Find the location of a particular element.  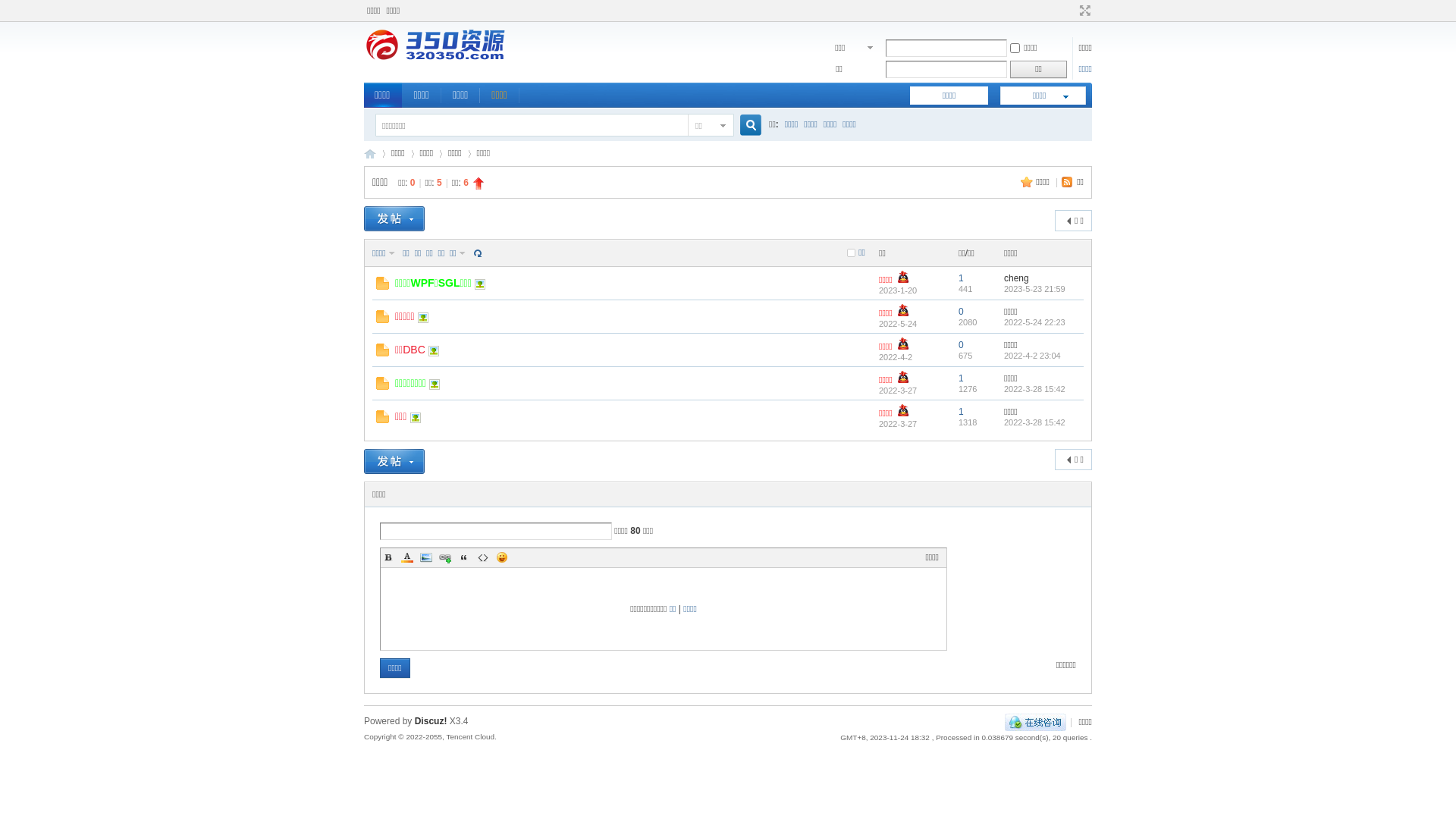

'2022-4-2 23:04' is located at coordinates (1031, 354).